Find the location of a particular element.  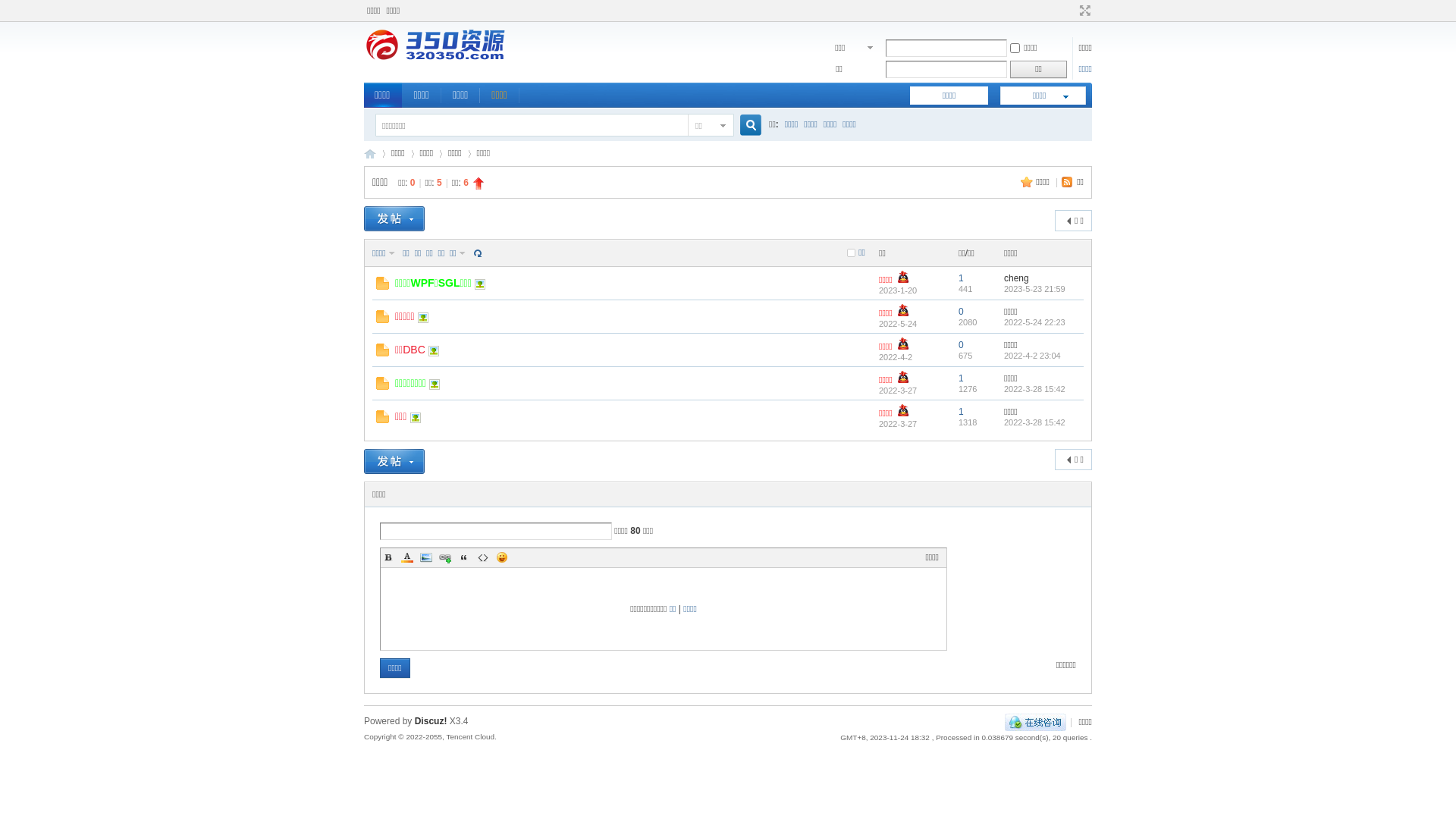

'2022-4-2 23:04' is located at coordinates (1031, 354).